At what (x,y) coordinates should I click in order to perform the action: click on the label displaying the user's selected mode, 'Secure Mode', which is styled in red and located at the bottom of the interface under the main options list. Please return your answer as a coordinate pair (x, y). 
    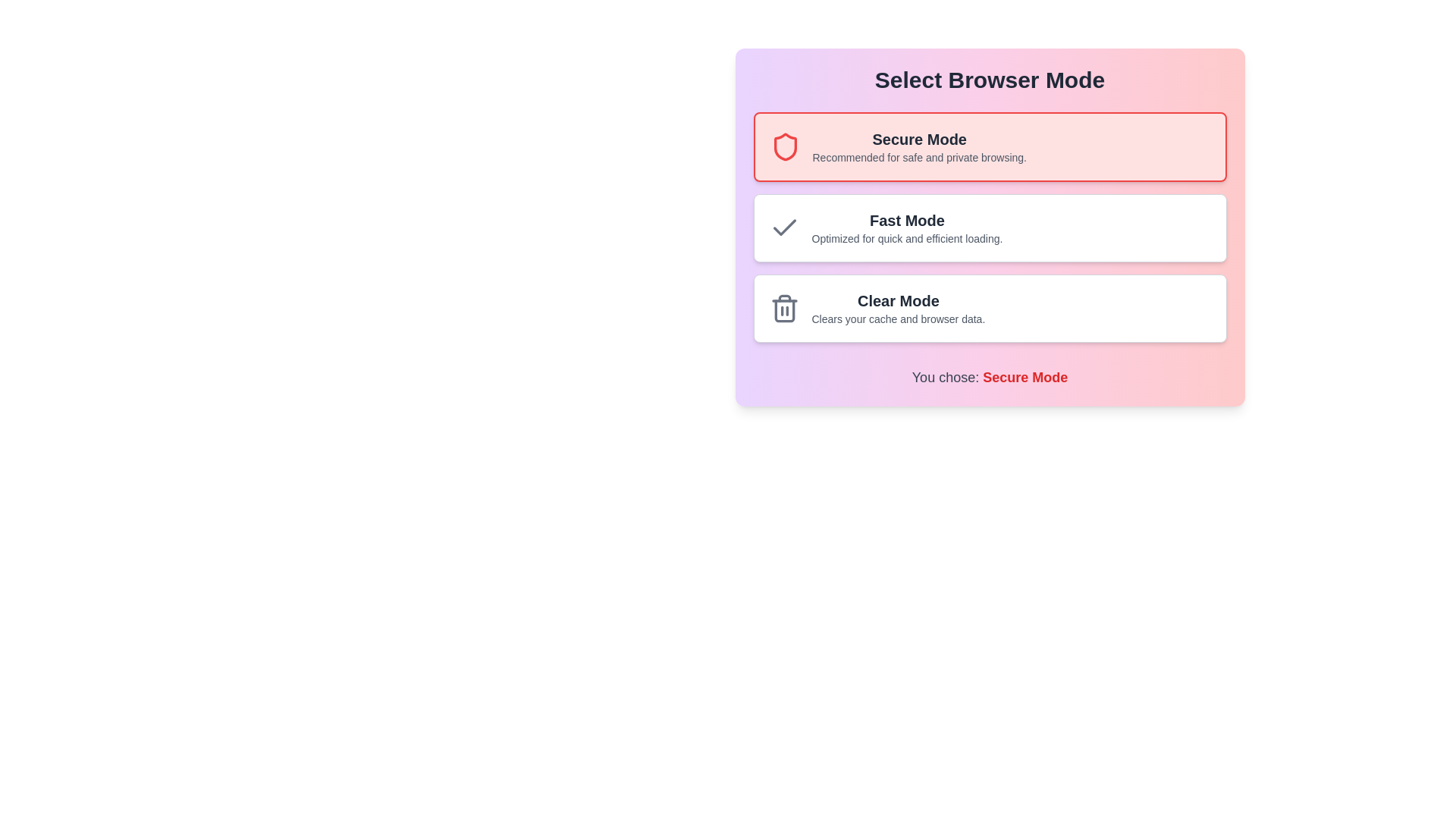
    Looking at the image, I should click on (1025, 376).